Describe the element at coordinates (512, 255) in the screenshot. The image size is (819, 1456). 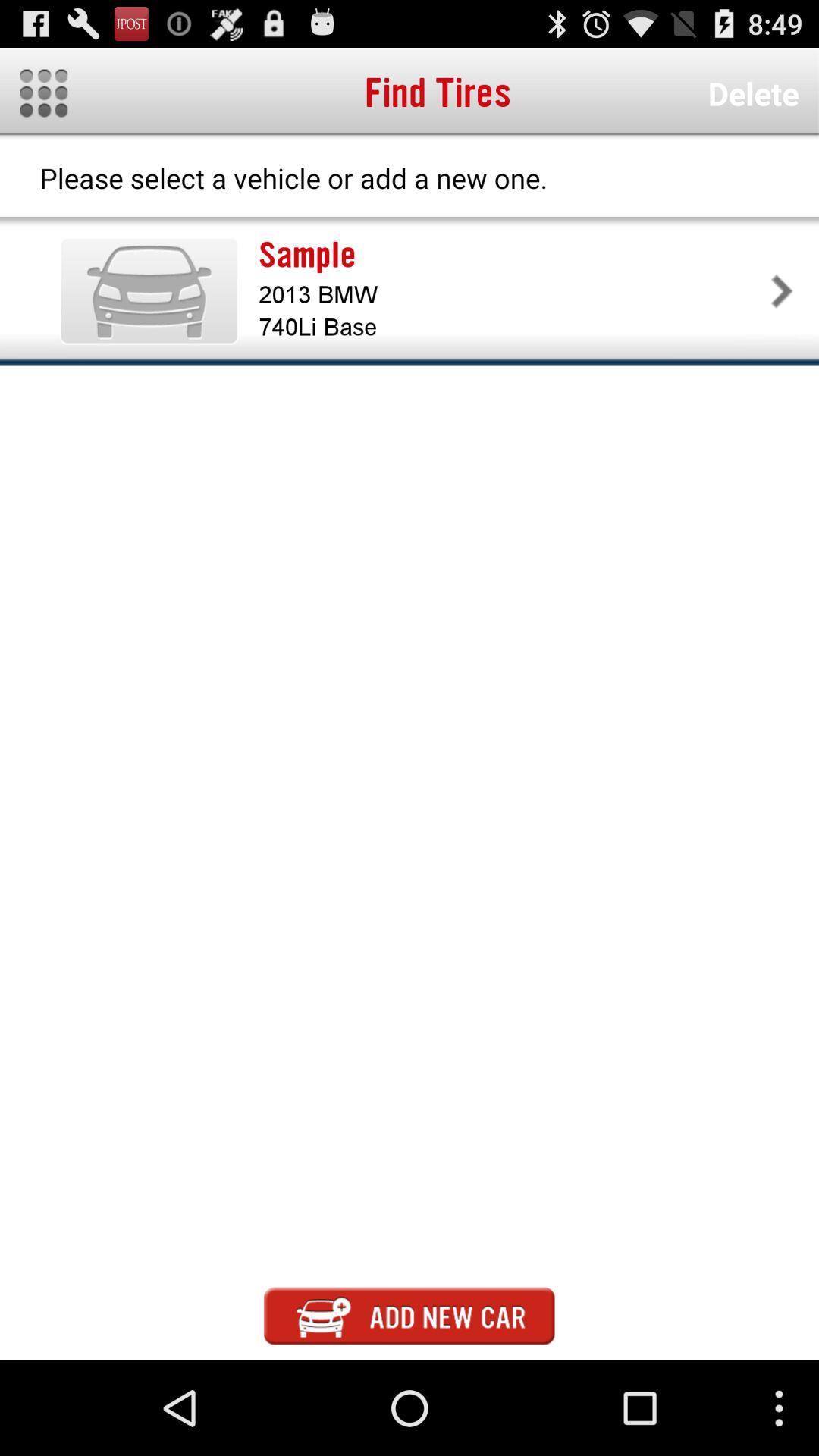
I see `the sample app` at that location.